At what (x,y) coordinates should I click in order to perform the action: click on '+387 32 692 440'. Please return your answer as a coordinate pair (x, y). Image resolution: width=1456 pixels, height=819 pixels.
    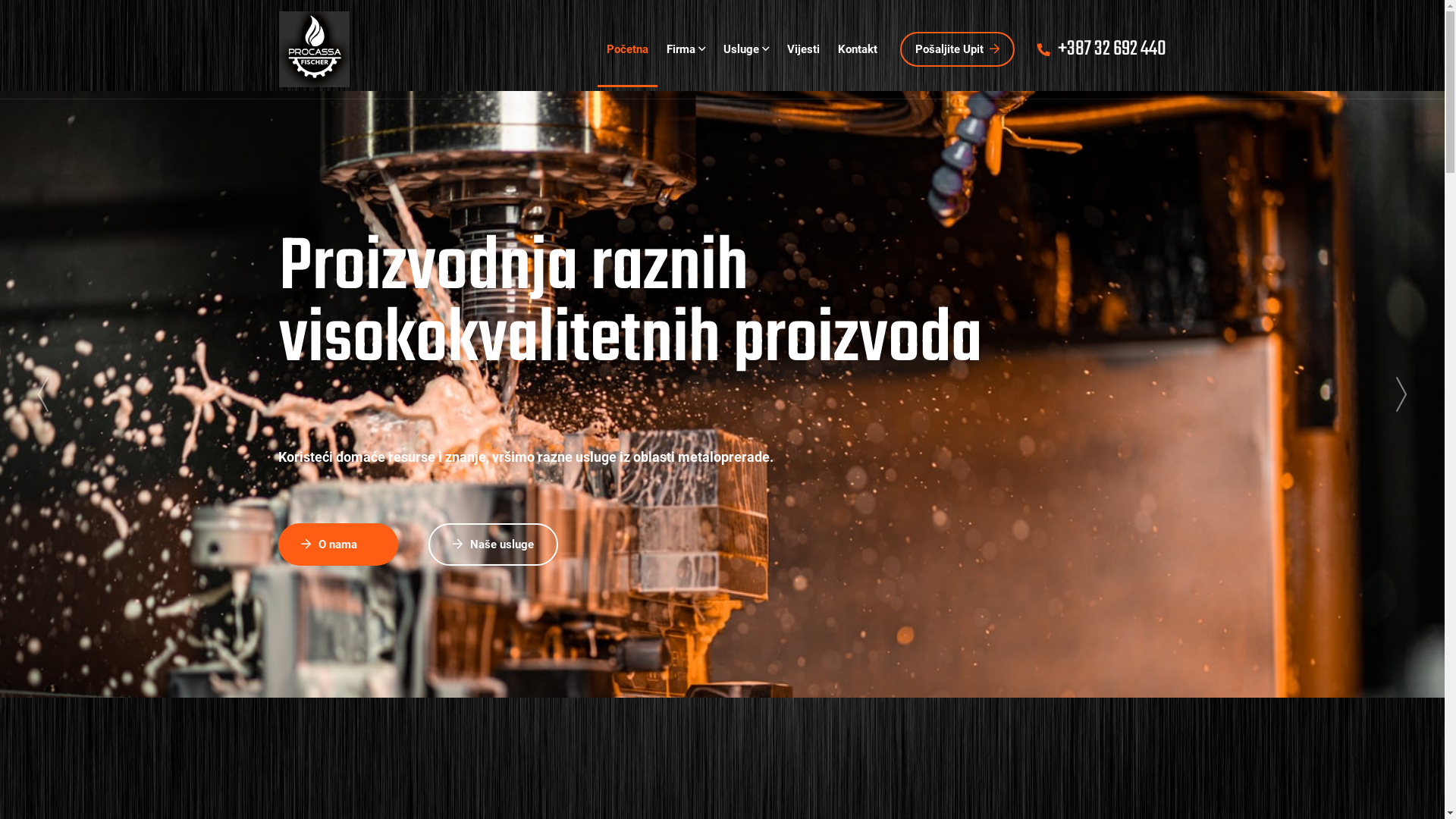
    Looking at the image, I should click on (1102, 49).